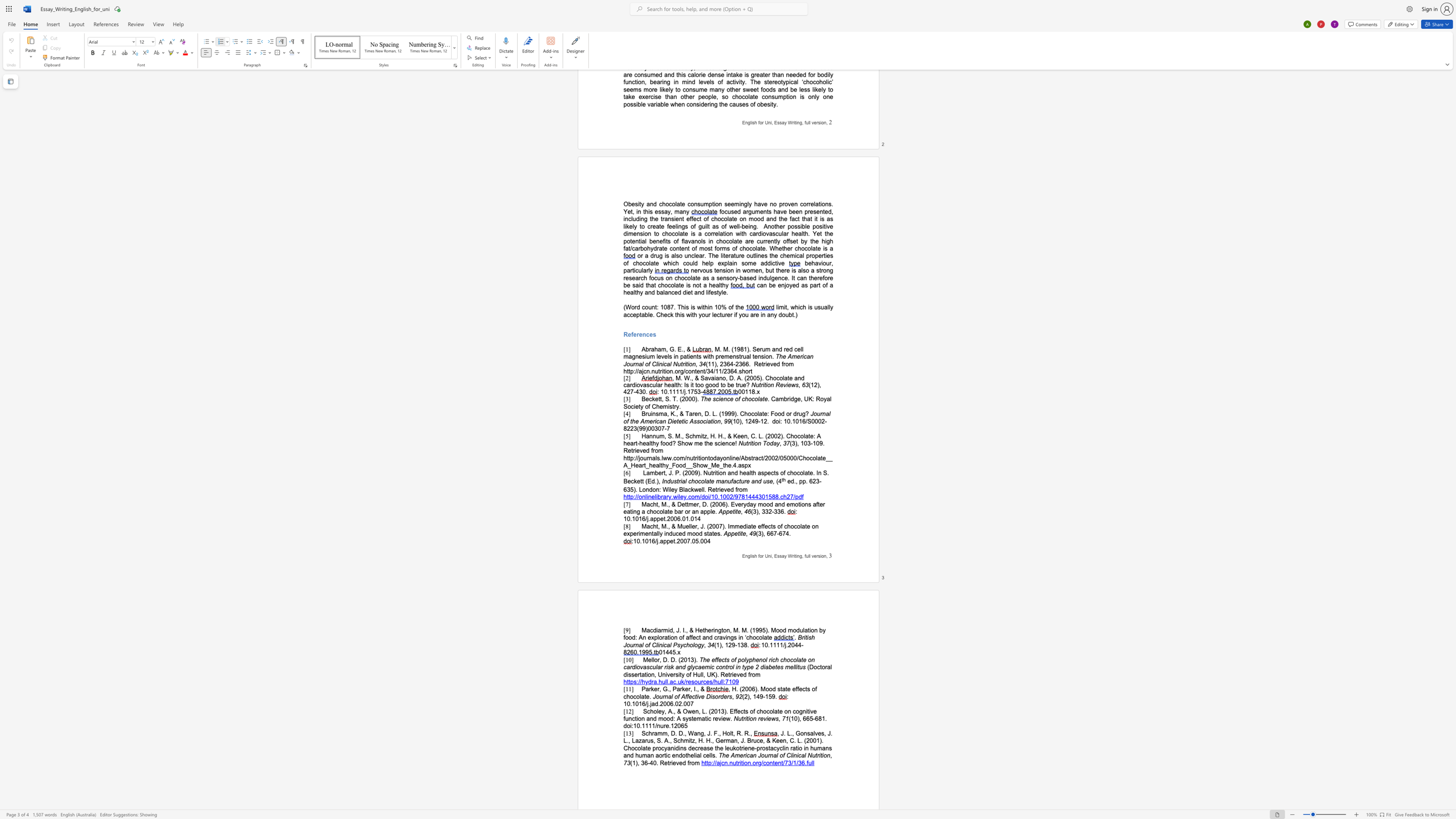  What do you see at coordinates (761, 435) in the screenshot?
I see `the space between the continuous character "L" and "." in the text` at bounding box center [761, 435].